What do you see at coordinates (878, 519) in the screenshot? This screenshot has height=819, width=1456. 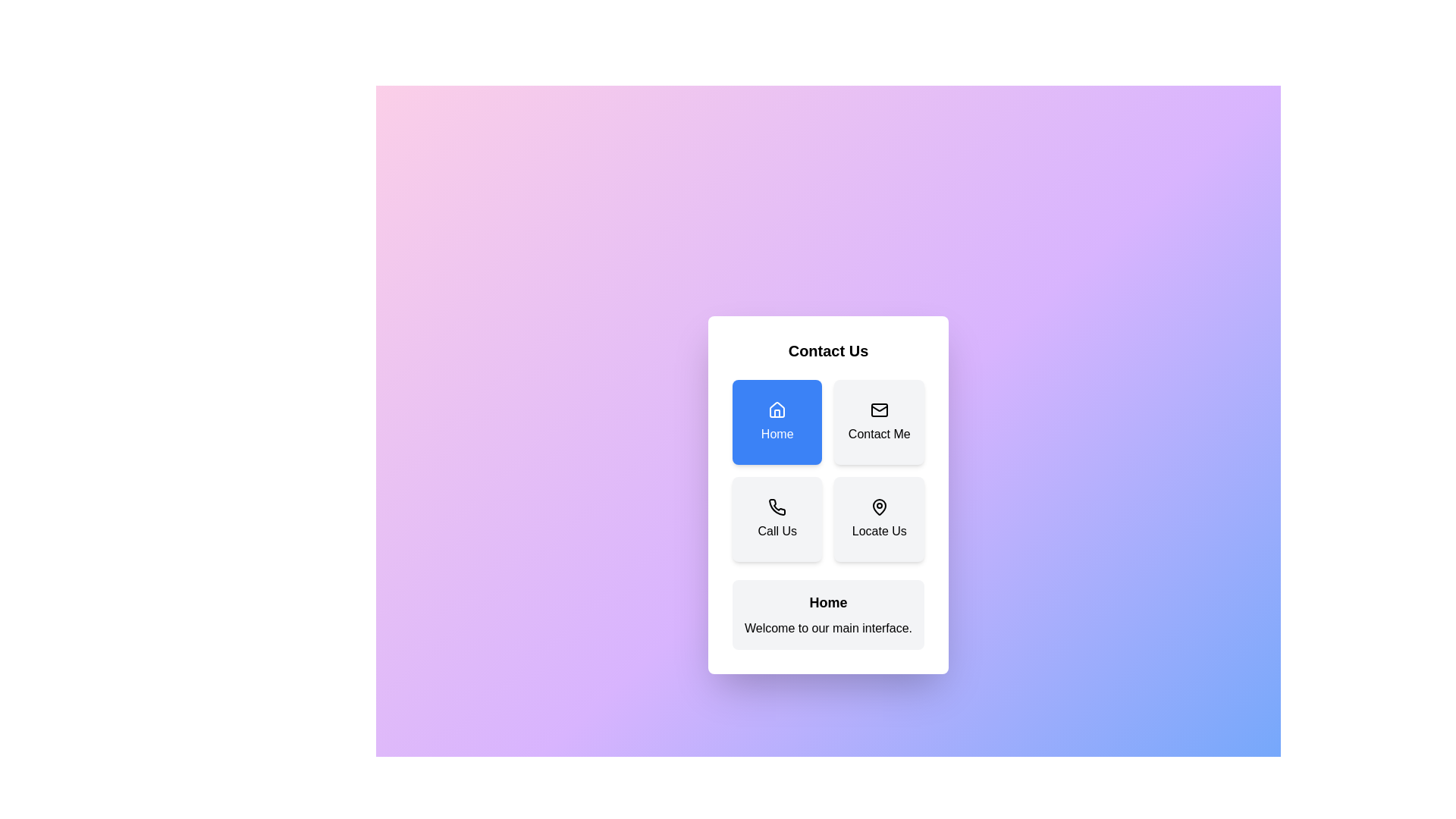 I see `the button corresponding to Locate Us to display its details` at bounding box center [878, 519].